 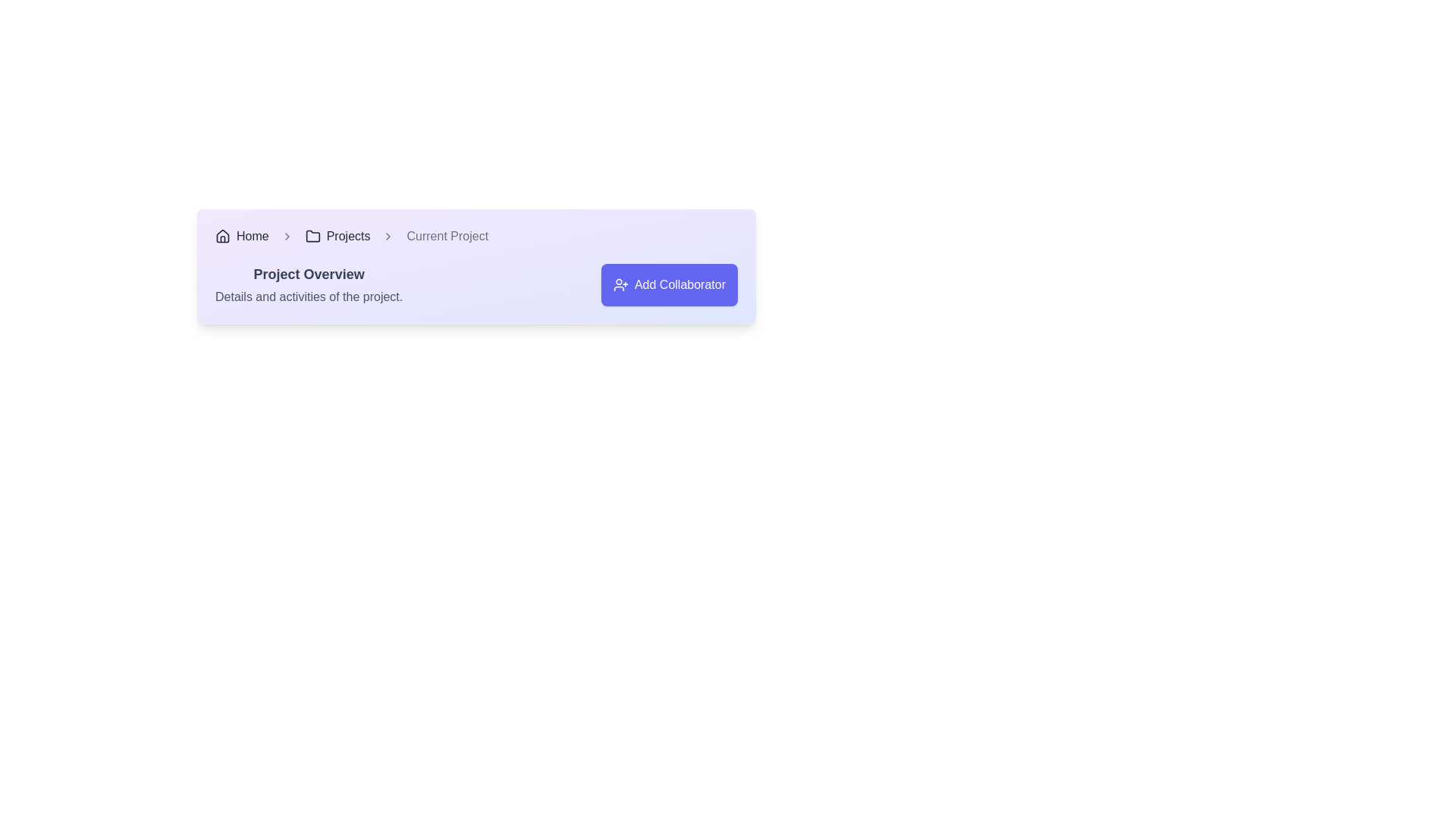 I want to click on the textual heading and subtitle pair that contains the title 'Project Overview' and the subtitle 'Details and activities of the project', which is styled with a larger, bold font and a smaller, lighter font, located towards the top-left corner of the layout, so click(x=308, y=284).